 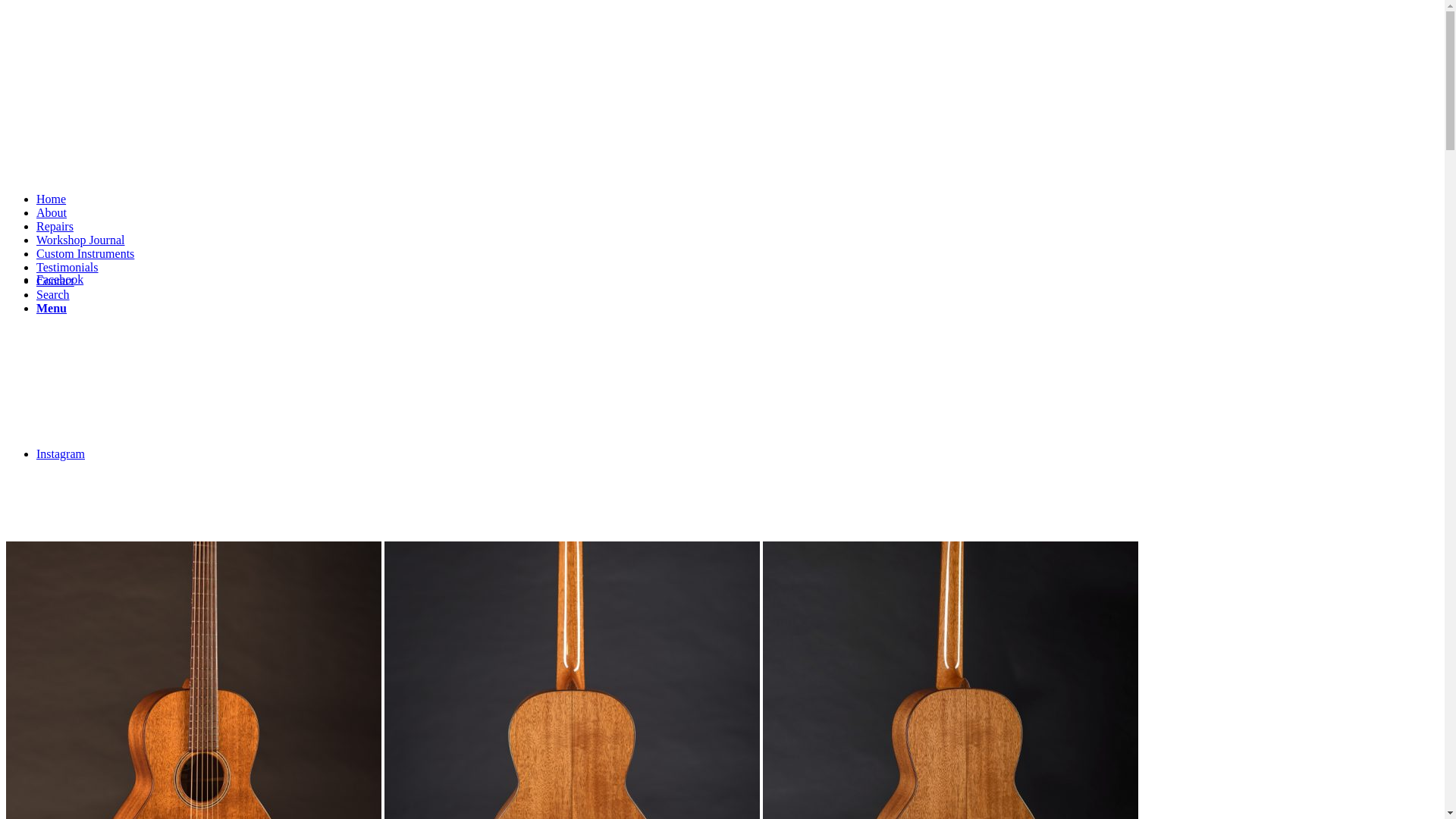 I want to click on 'About', so click(x=36, y=212).